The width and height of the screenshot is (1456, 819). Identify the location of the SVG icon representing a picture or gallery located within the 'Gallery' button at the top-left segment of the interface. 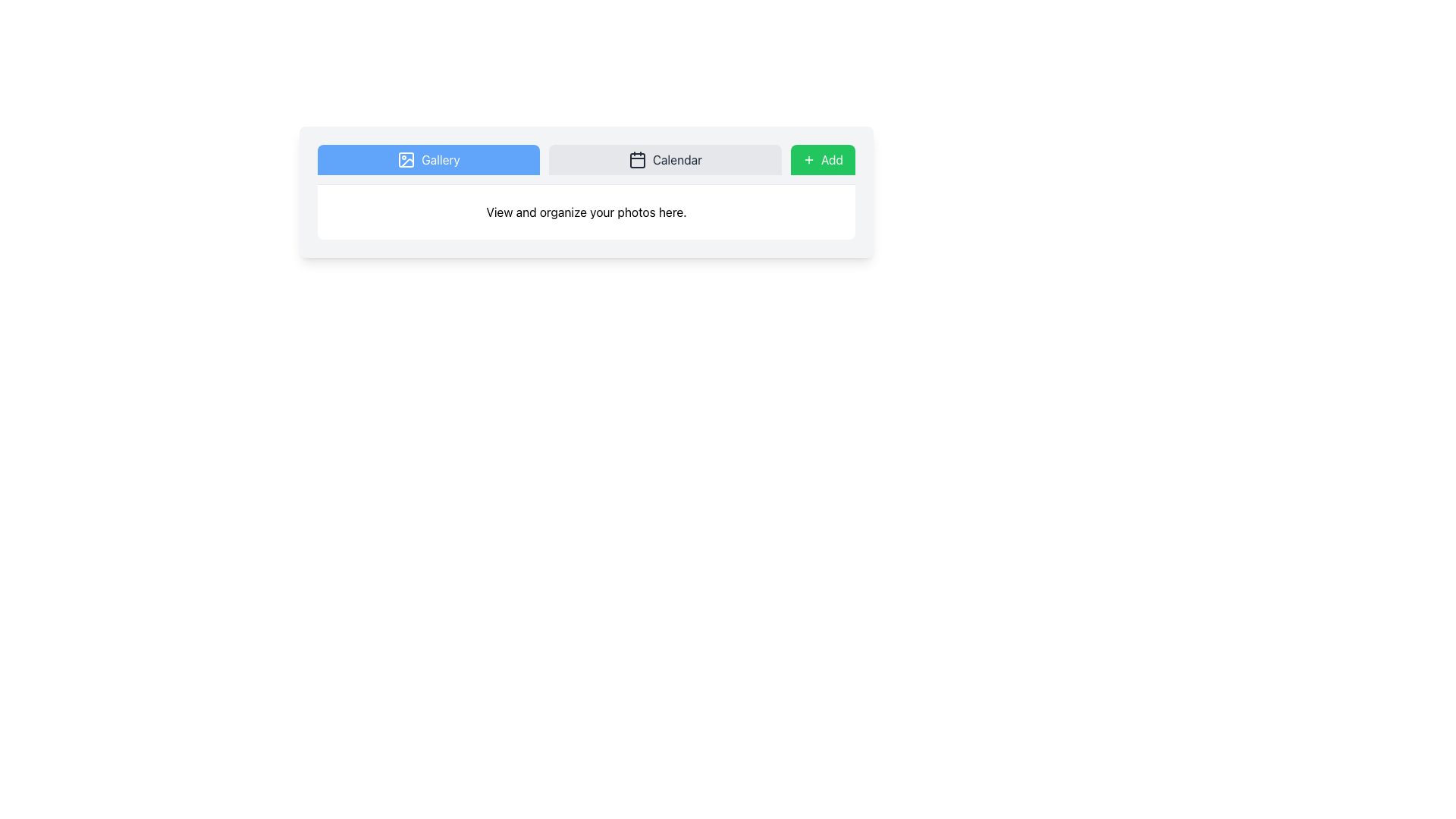
(406, 160).